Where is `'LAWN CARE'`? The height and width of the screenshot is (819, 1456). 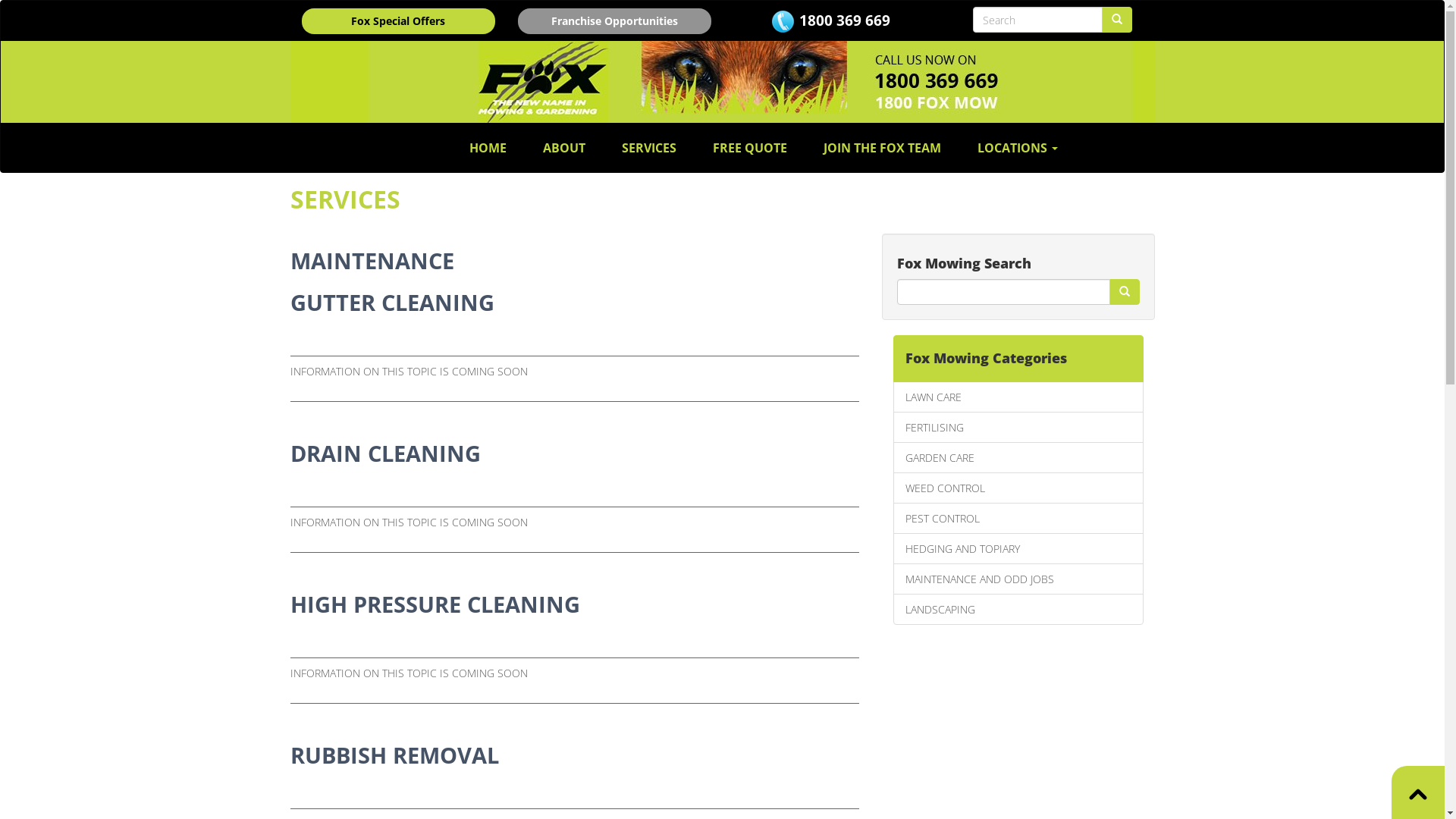 'LAWN CARE' is located at coordinates (1018, 396).